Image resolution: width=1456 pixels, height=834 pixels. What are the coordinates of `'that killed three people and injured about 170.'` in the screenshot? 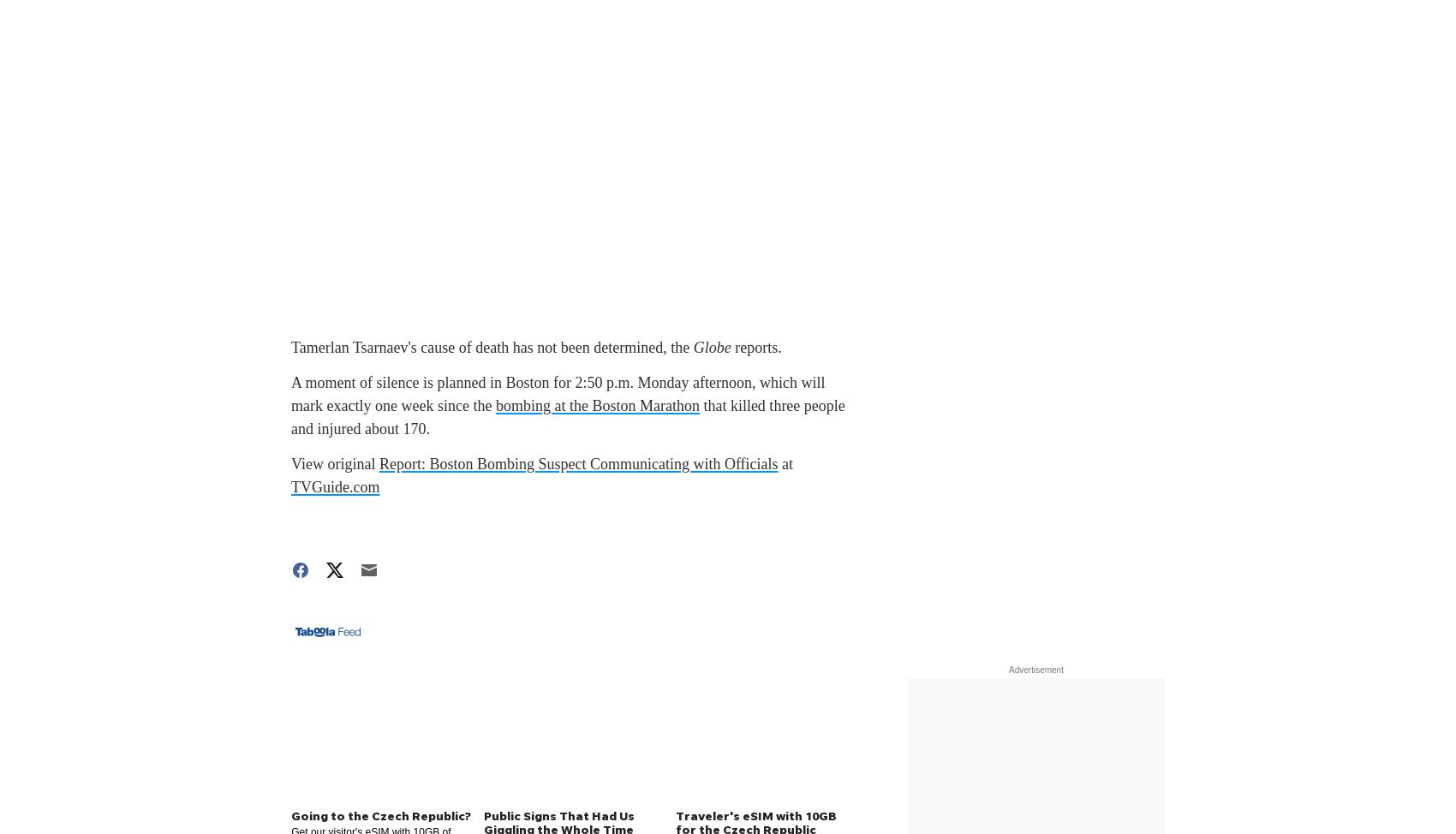 It's located at (568, 417).